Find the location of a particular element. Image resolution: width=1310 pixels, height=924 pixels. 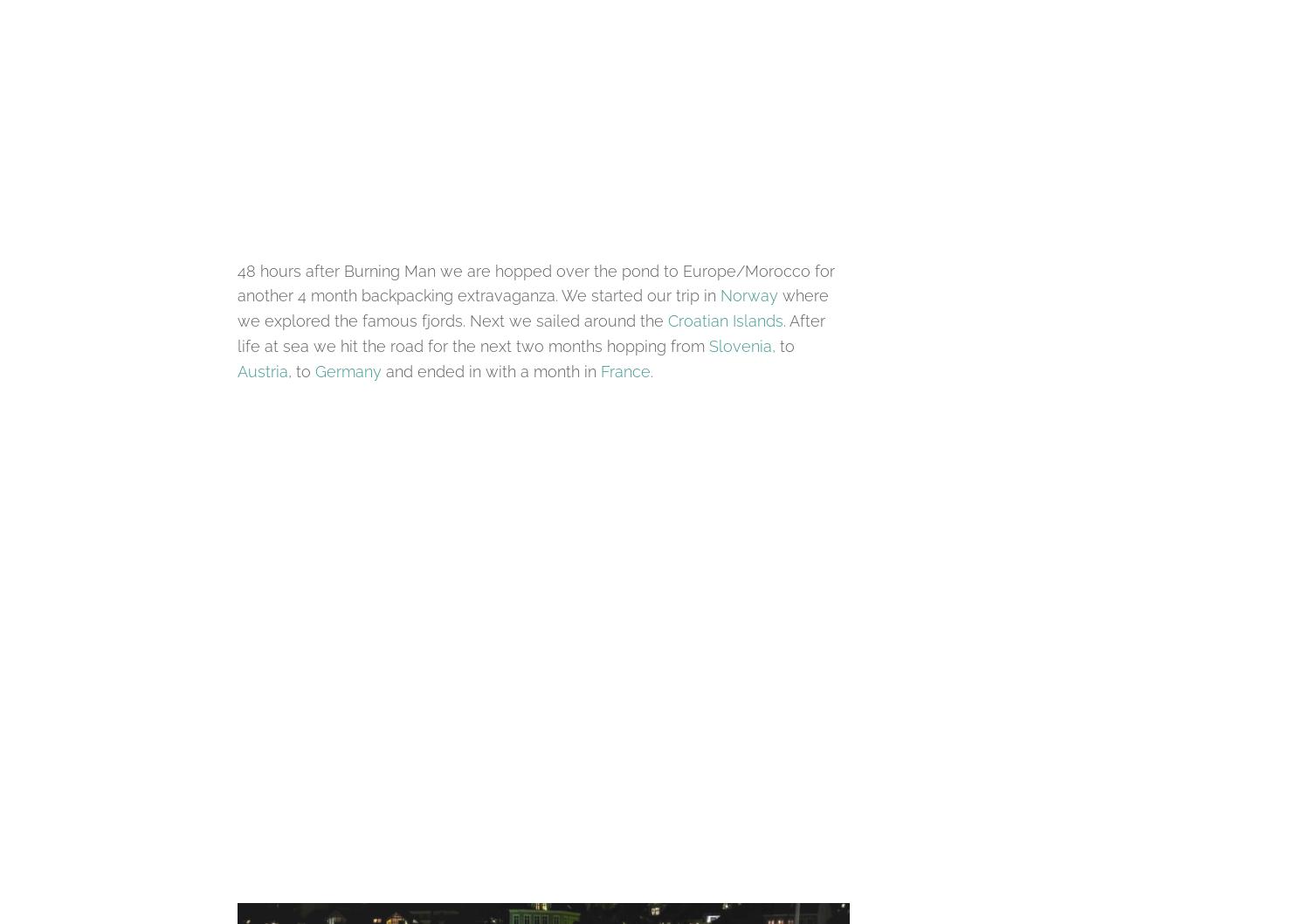

'to' is located at coordinates (784, 346).